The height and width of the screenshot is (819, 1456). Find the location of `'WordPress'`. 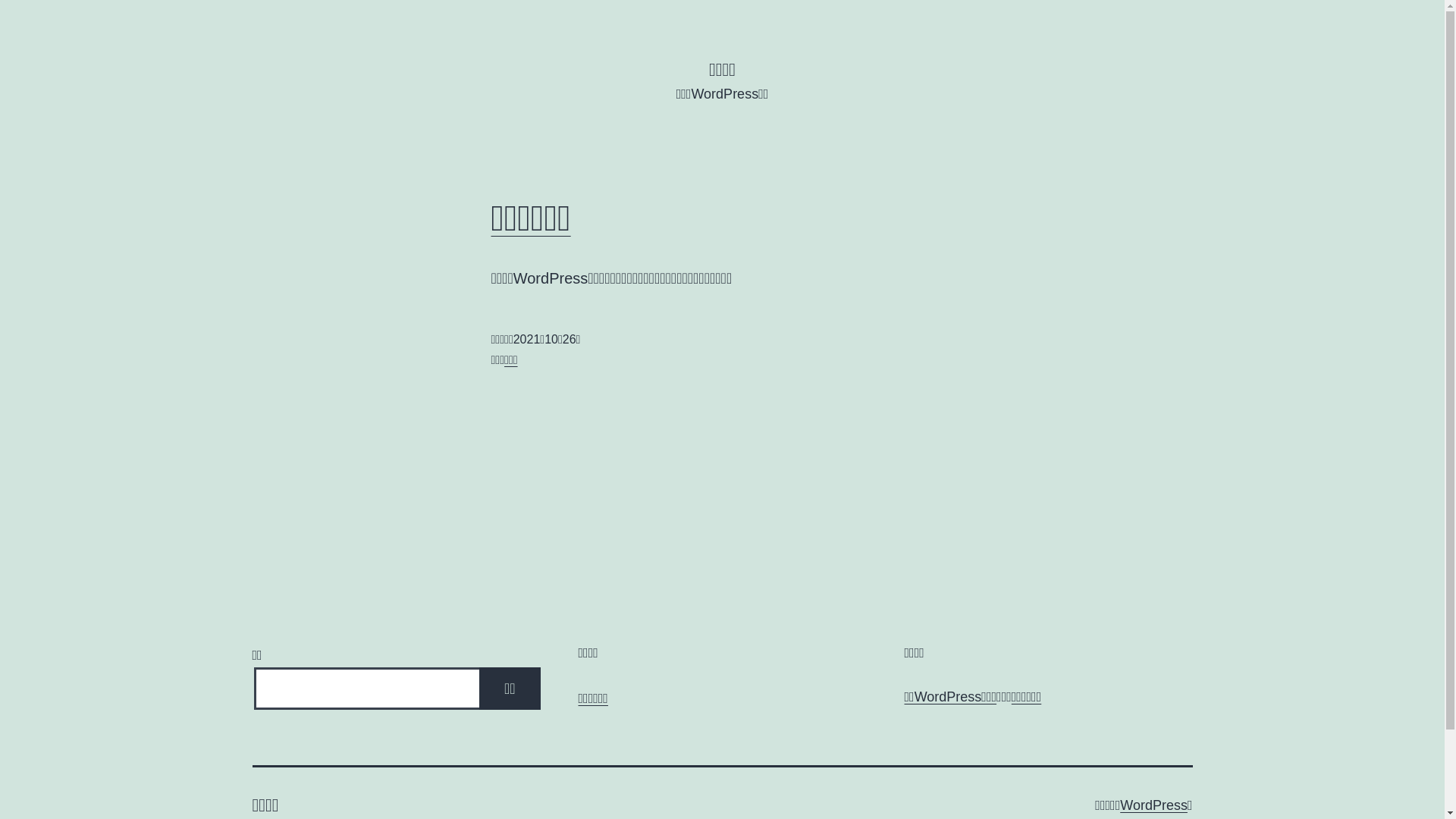

'WordPress' is located at coordinates (1153, 804).